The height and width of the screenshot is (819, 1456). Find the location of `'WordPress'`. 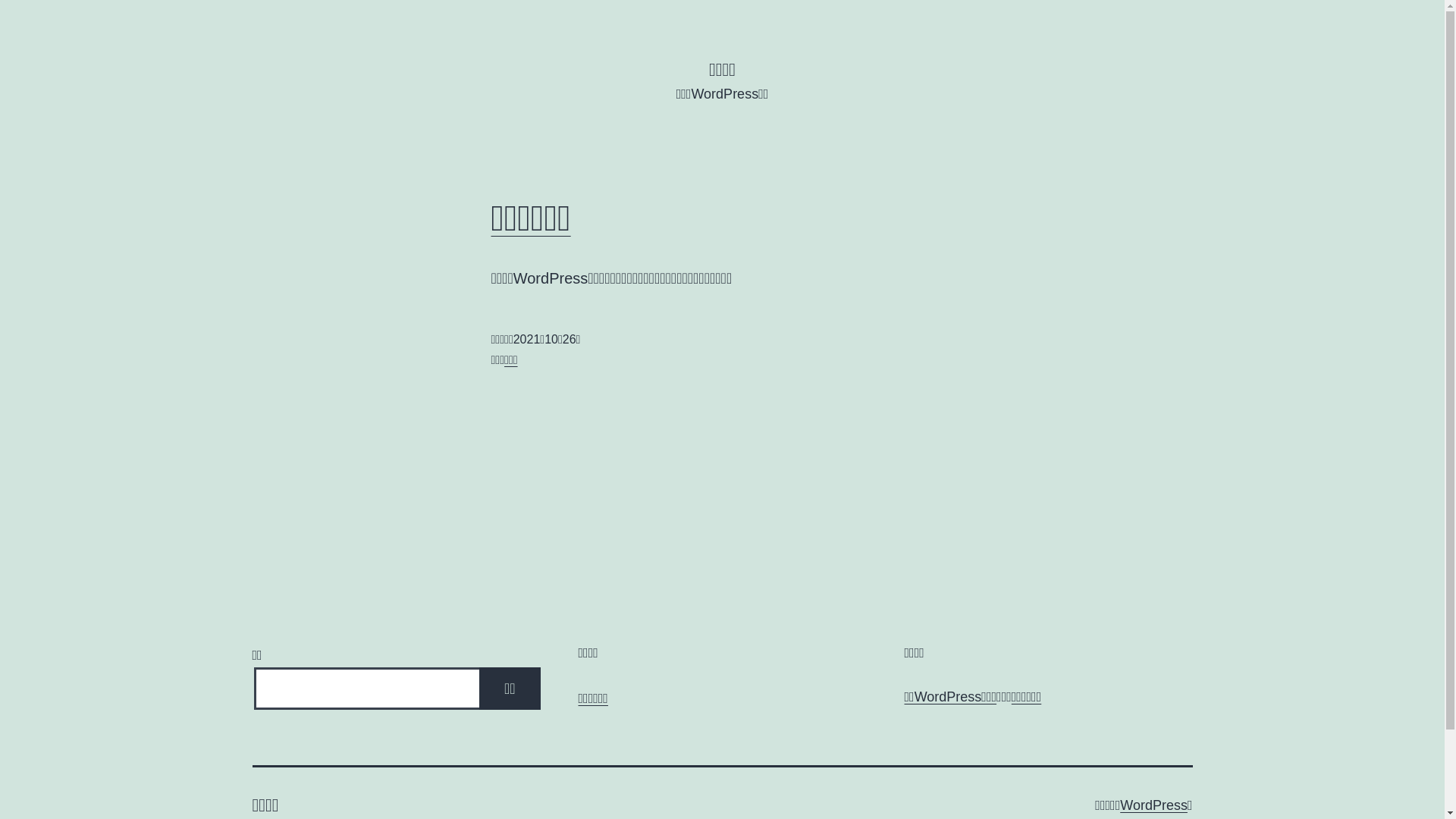

'WordPress' is located at coordinates (1153, 804).